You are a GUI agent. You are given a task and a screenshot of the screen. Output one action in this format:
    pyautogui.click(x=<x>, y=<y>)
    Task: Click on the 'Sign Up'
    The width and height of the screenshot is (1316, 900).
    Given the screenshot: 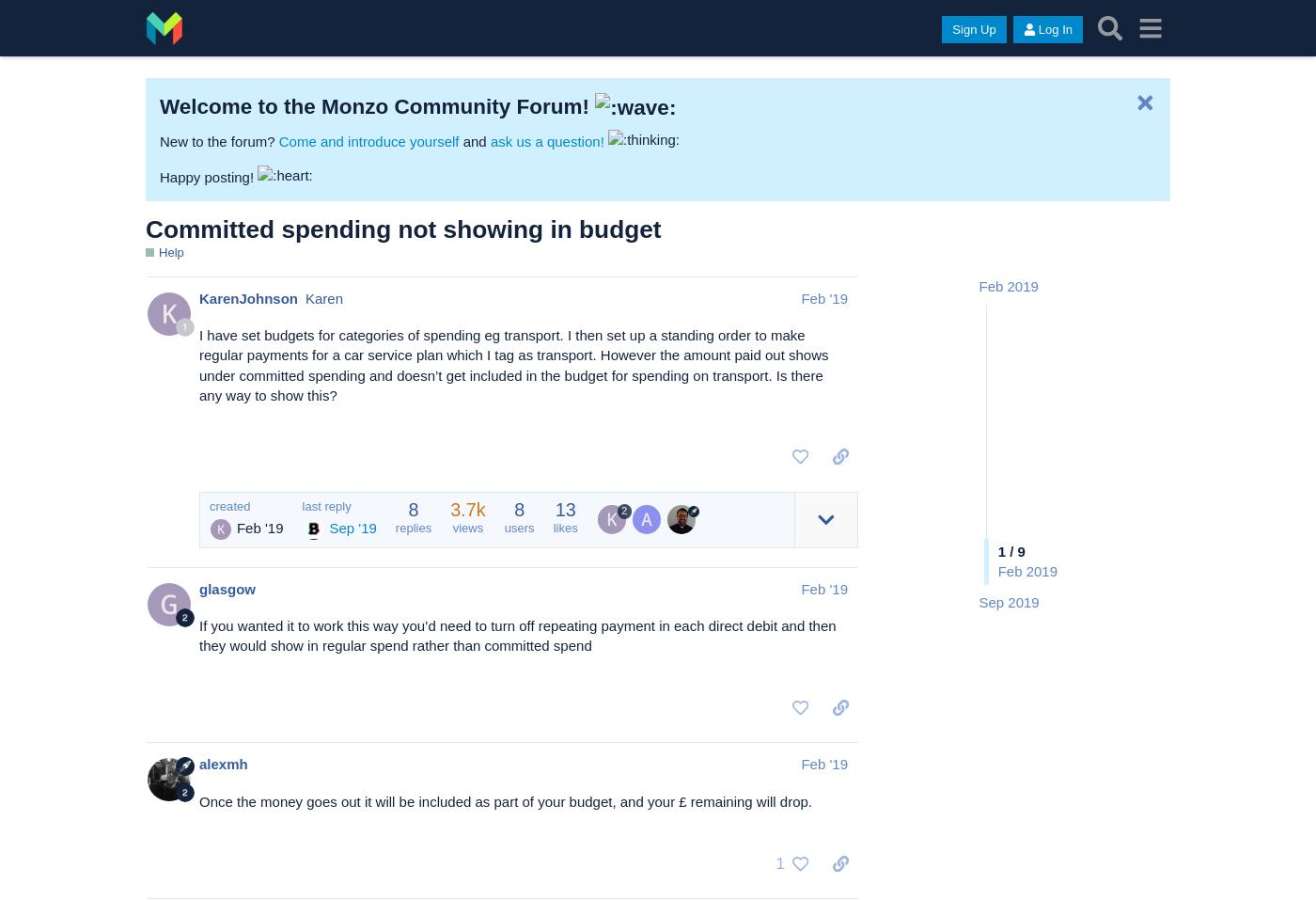 What is the action you would take?
    pyautogui.click(x=952, y=28)
    